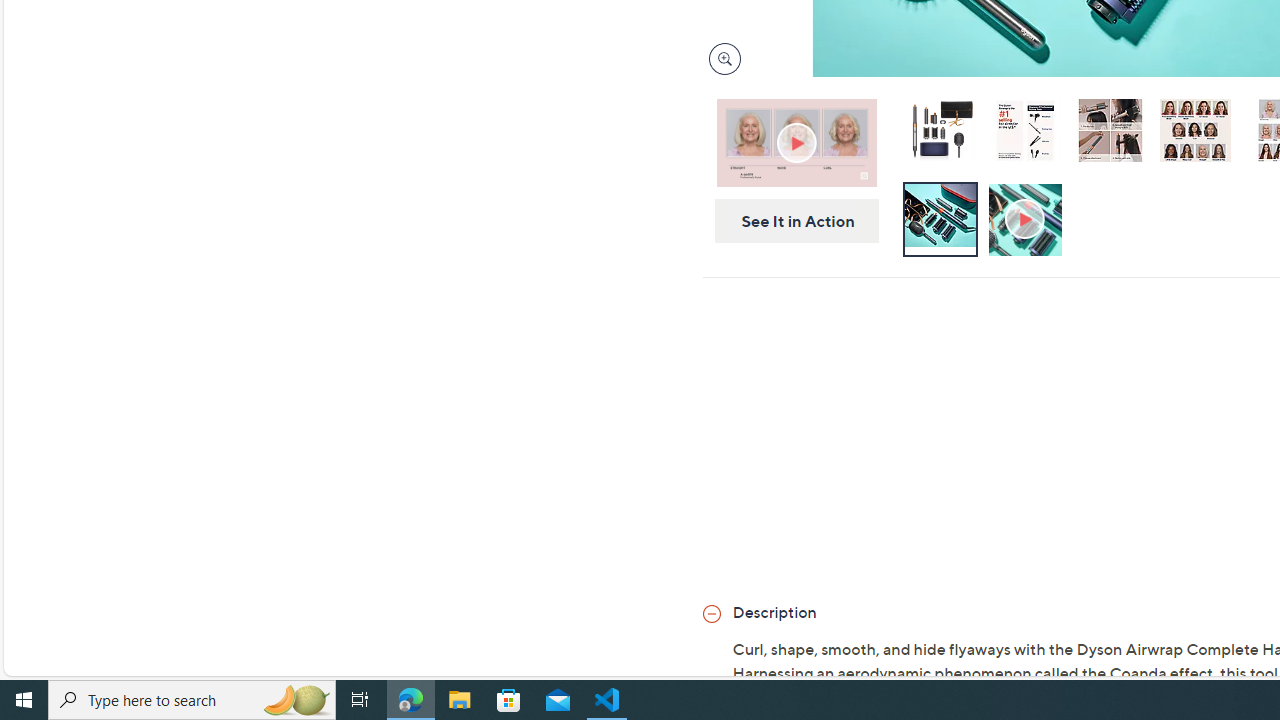  What do you see at coordinates (294, 698) in the screenshot?
I see `'Search highlights icon opens search home window'` at bounding box center [294, 698].